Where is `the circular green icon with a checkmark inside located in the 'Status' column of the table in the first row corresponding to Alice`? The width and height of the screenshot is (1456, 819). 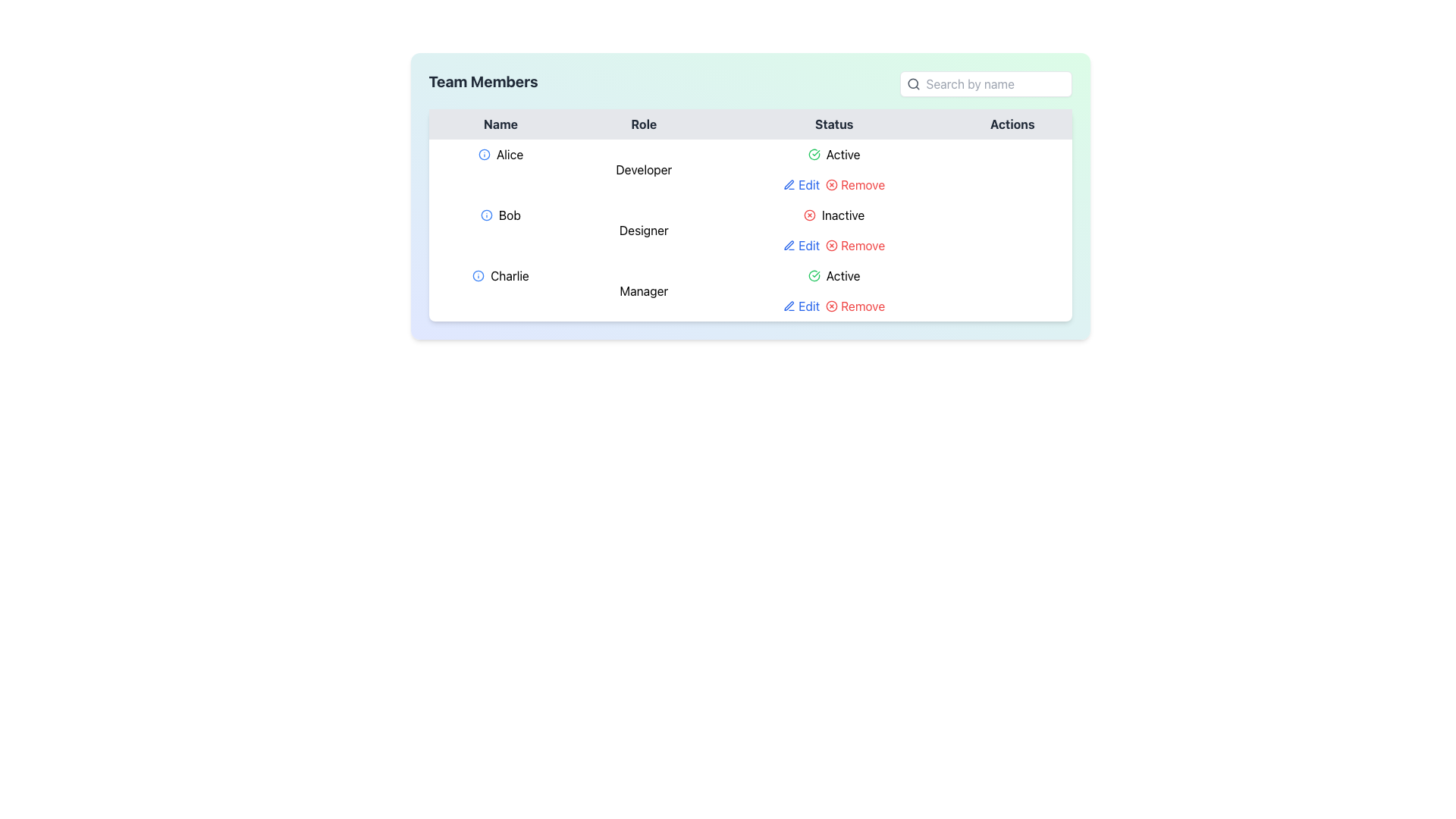 the circular green icon with a checkmark inside located in the 'Status' column of the table in the first row corresponding to Alice is located at coordinates (813, 155).